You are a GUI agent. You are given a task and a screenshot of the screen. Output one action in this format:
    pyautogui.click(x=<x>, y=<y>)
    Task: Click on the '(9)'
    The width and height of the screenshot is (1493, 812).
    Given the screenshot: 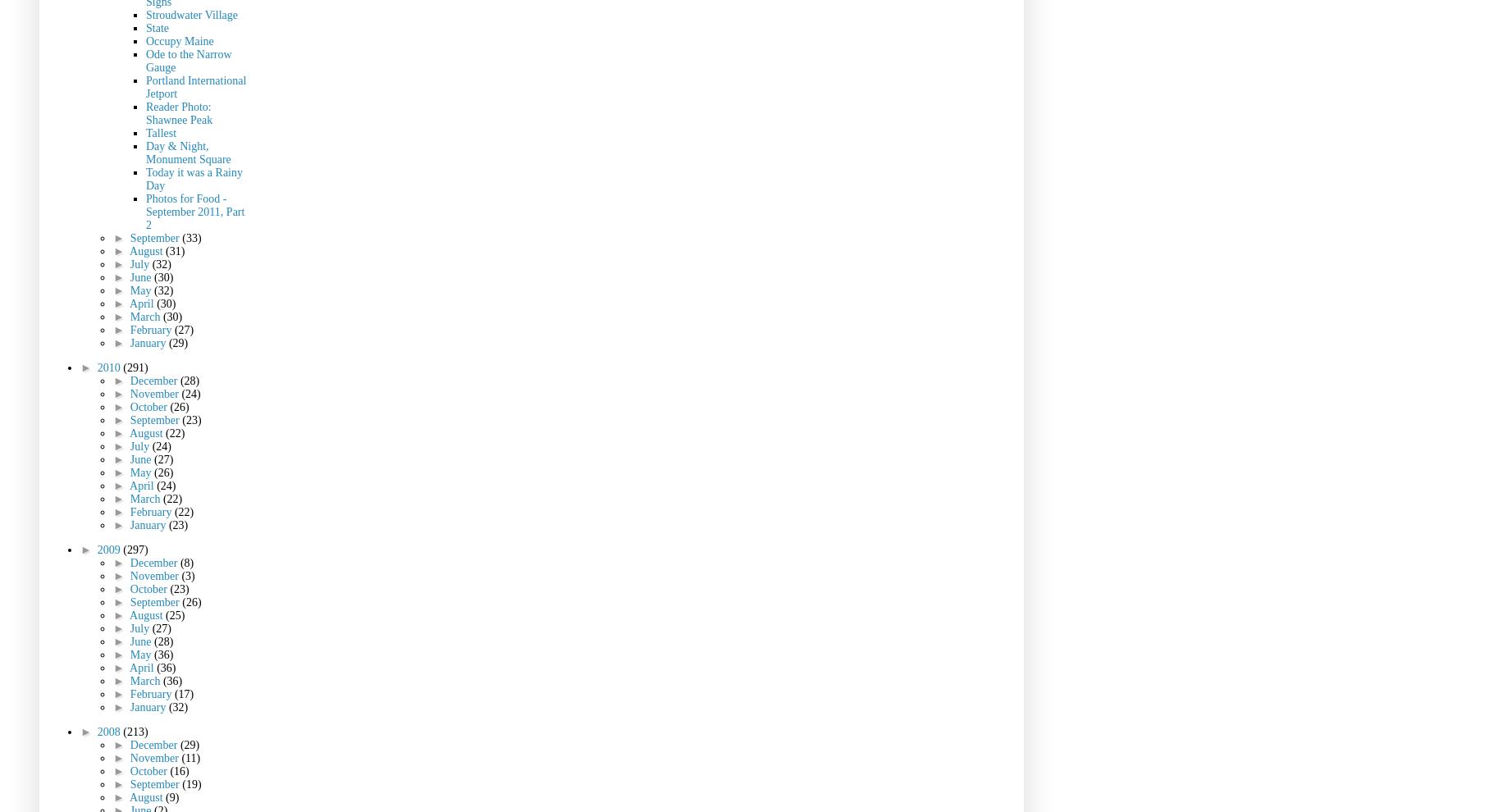 What is the action you would take?
    pyautogui.click(x=172, y=796)
    